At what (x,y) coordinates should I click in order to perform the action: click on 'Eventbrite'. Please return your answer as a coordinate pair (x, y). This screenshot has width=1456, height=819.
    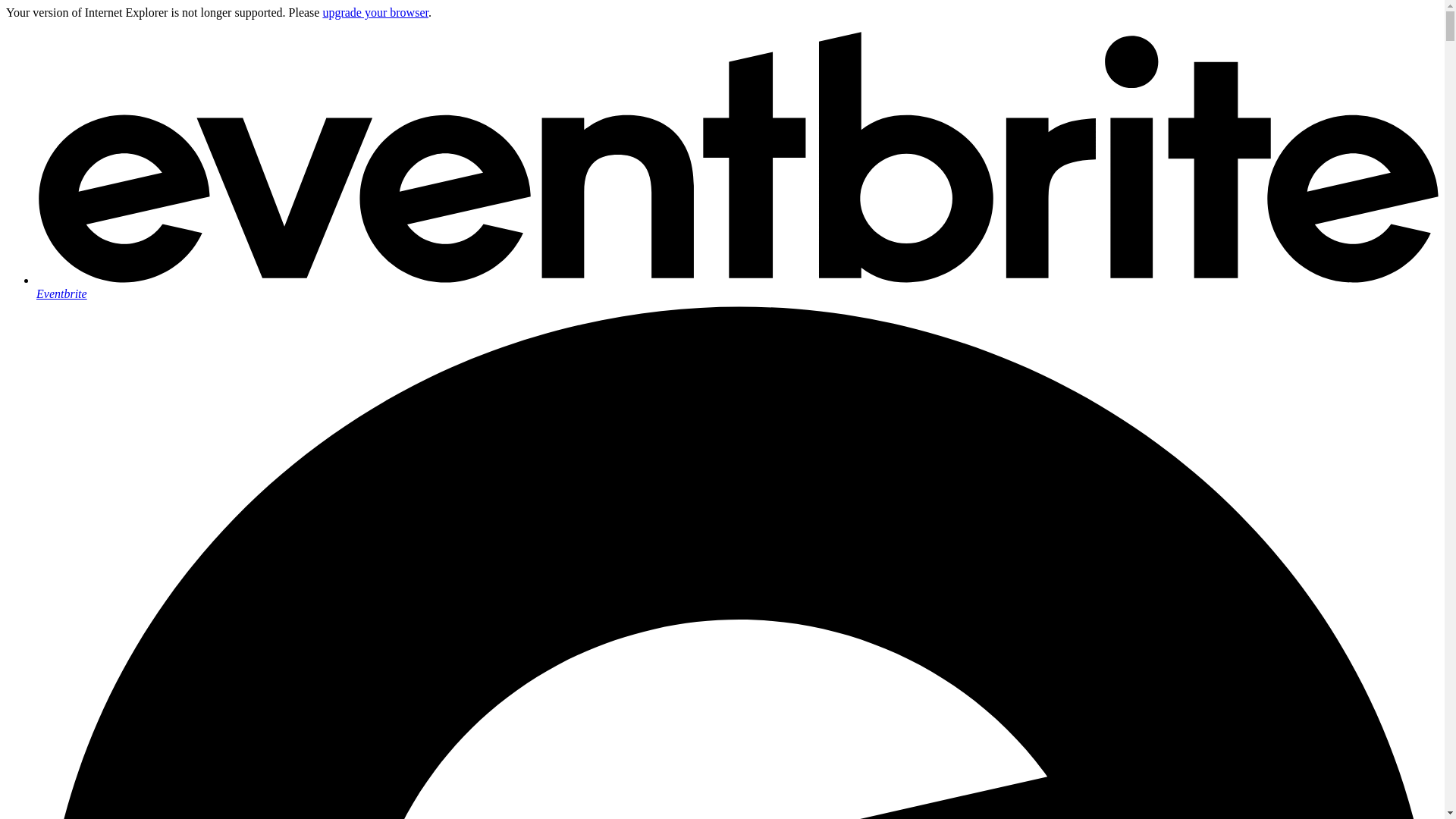
    Looking at the image, I should click on (737, 287).